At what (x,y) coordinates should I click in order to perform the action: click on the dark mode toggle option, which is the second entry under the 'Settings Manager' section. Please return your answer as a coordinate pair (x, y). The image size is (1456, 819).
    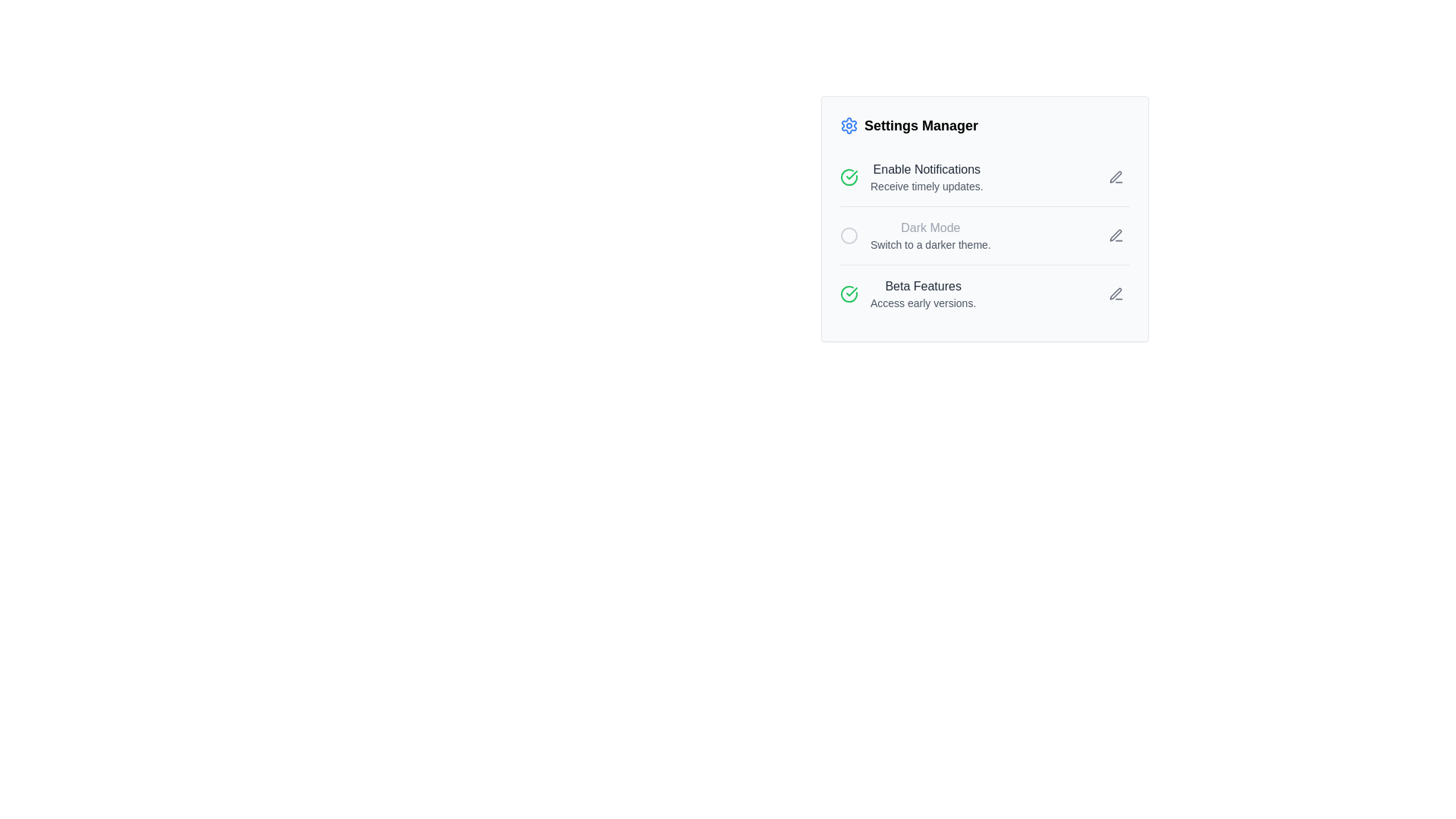
    Looking at the image, I should click on (985, 248).